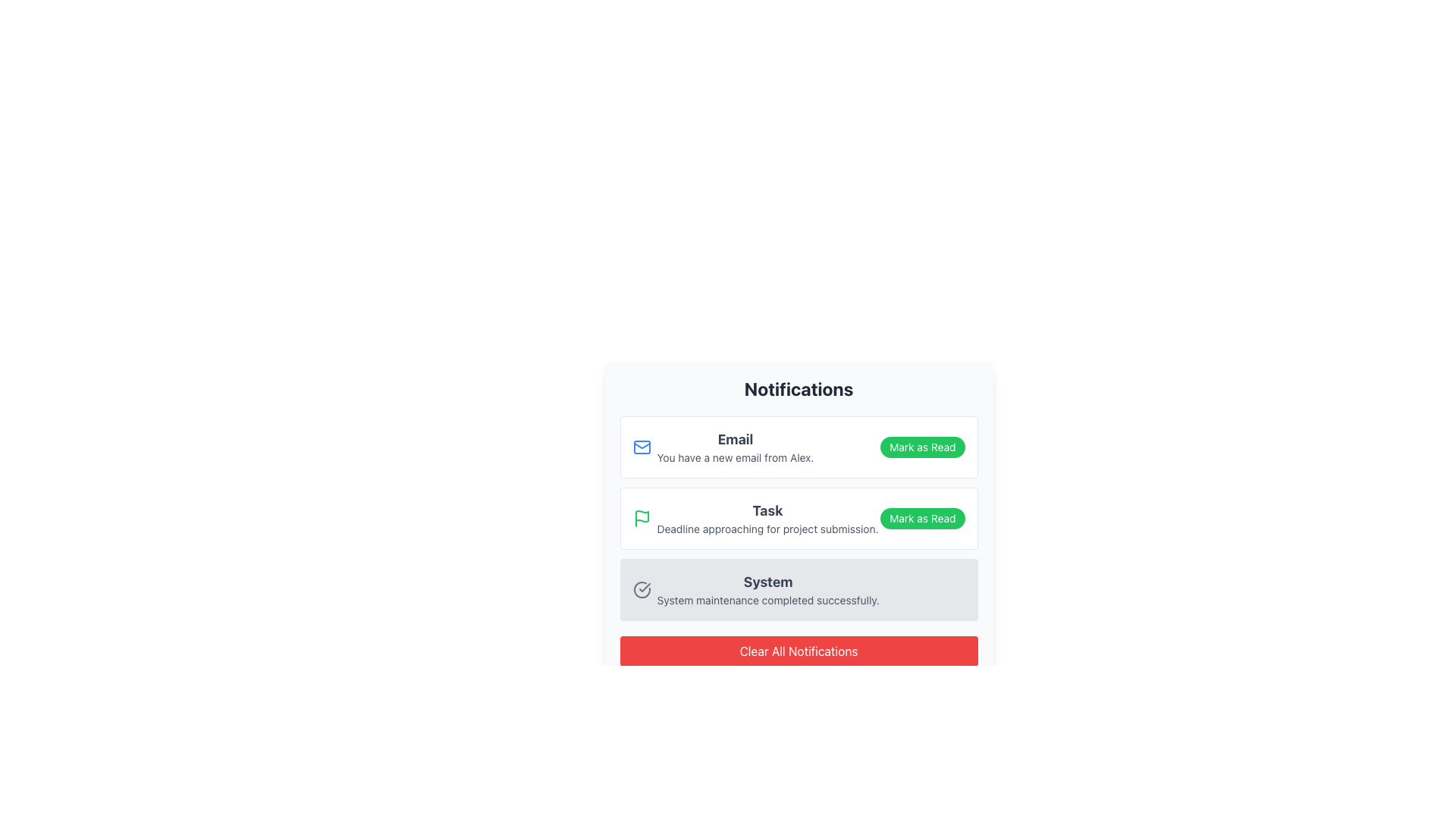 The image size is (1456, 819). Describe the element at coordinates (921, 517) in the screenshot. I see `the button that marks the notification as read, located to the far-right of the notification text 'Deadline approaching for project submission.'` at that location.